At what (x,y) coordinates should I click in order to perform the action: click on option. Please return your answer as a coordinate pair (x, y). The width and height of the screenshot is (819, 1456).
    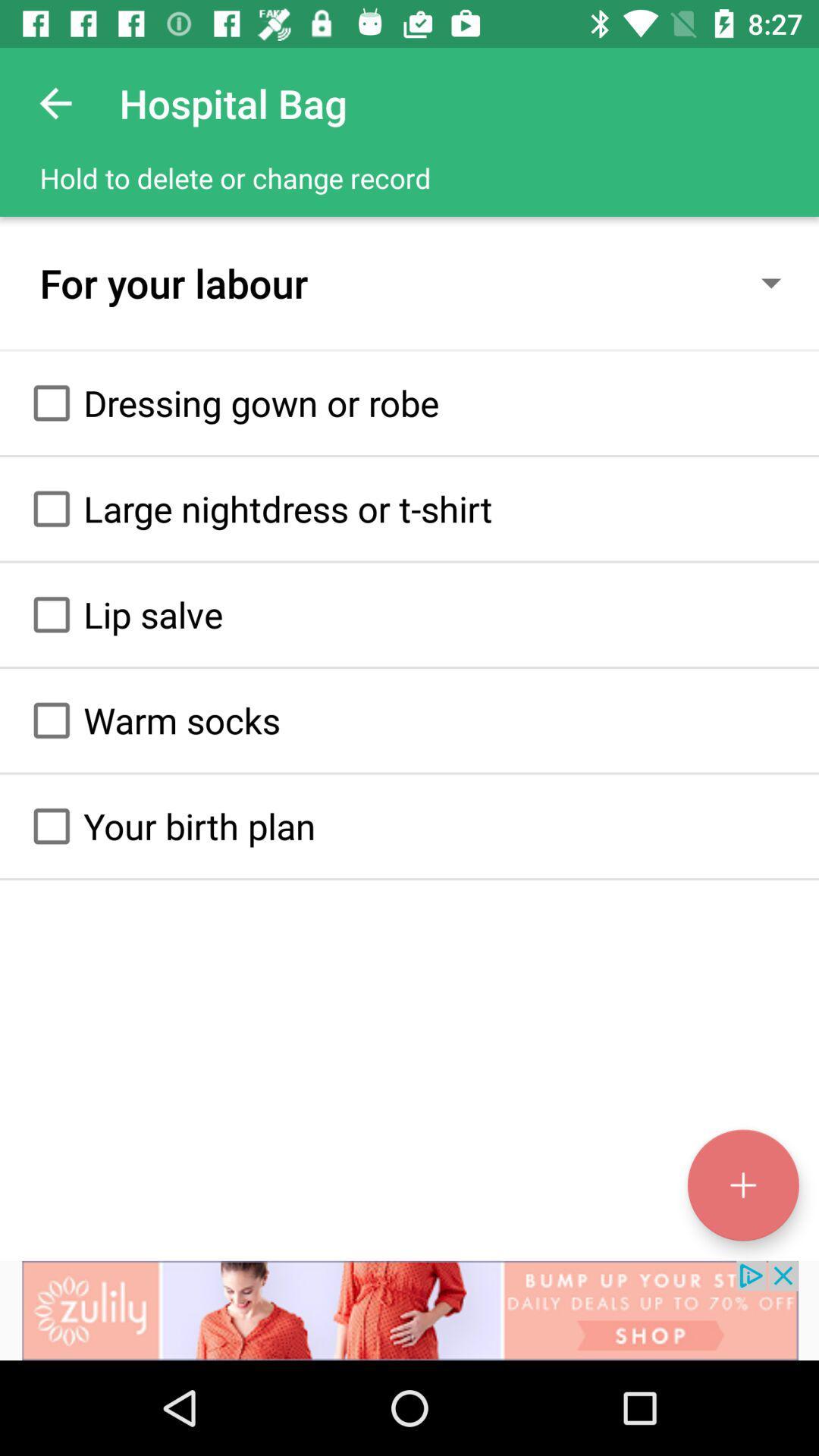
    Looking at the image, I should click on (51, 720).